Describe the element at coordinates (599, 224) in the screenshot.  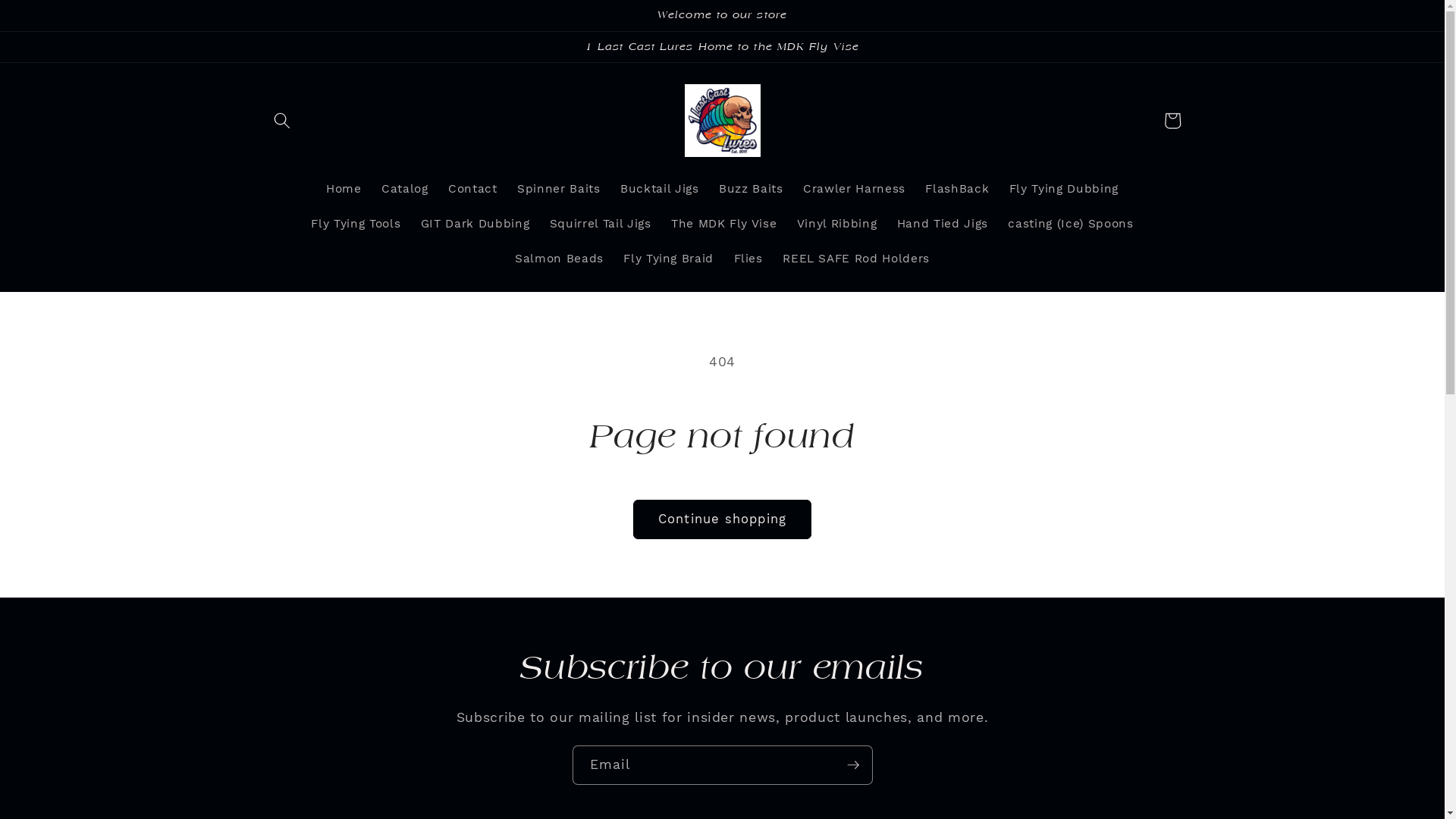
I see `'Squirrel Tail Jigs'` at that location.